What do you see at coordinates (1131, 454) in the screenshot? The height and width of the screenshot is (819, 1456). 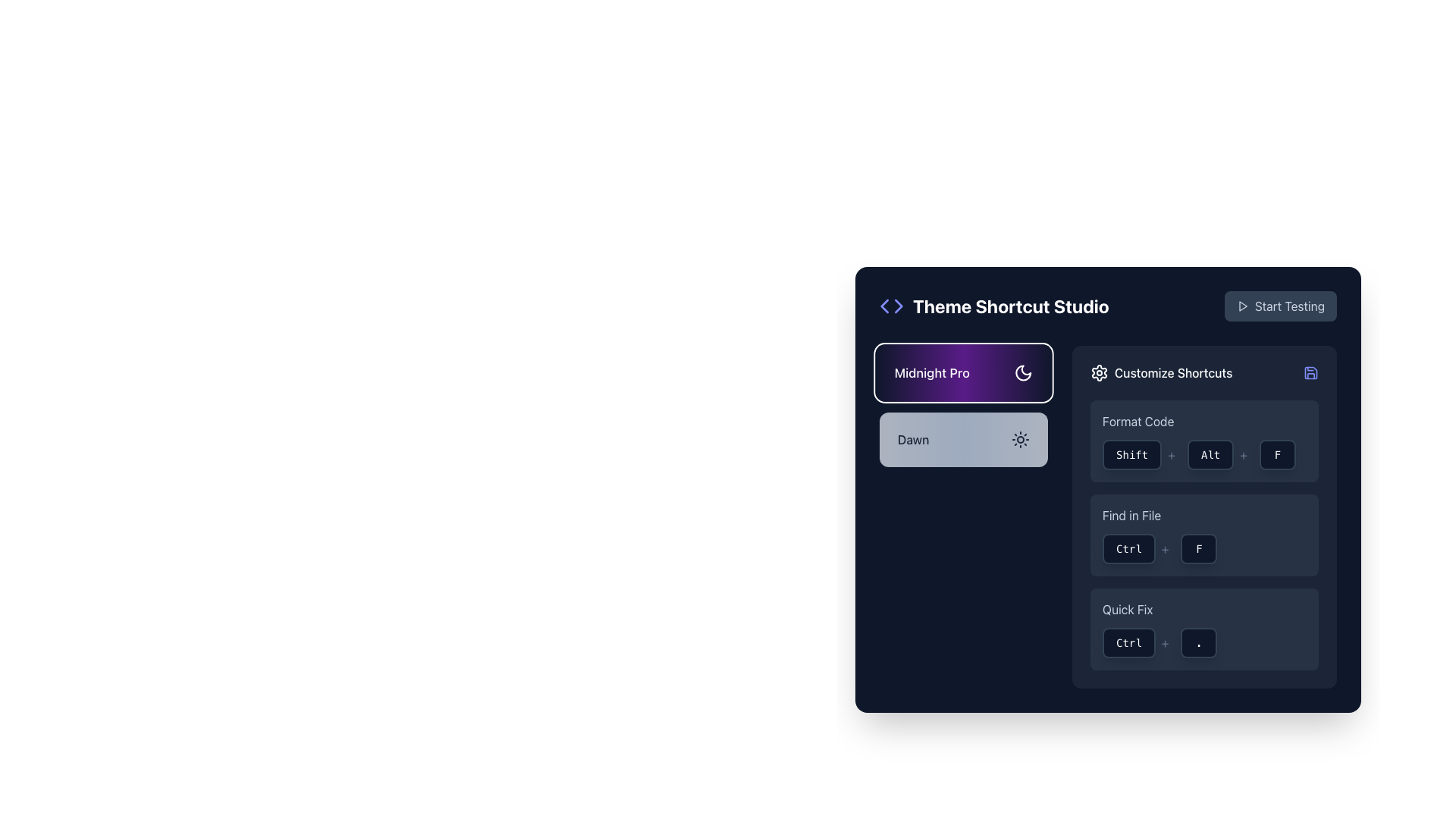 I see `the 'Shift' key Text Button located in the 'Customize Shortcuts' section of the 'Theme Shortcut Studio' interface, which is the first button in the sequence for the 'Format Code' shortcut` at bounding box center [1131, 454].